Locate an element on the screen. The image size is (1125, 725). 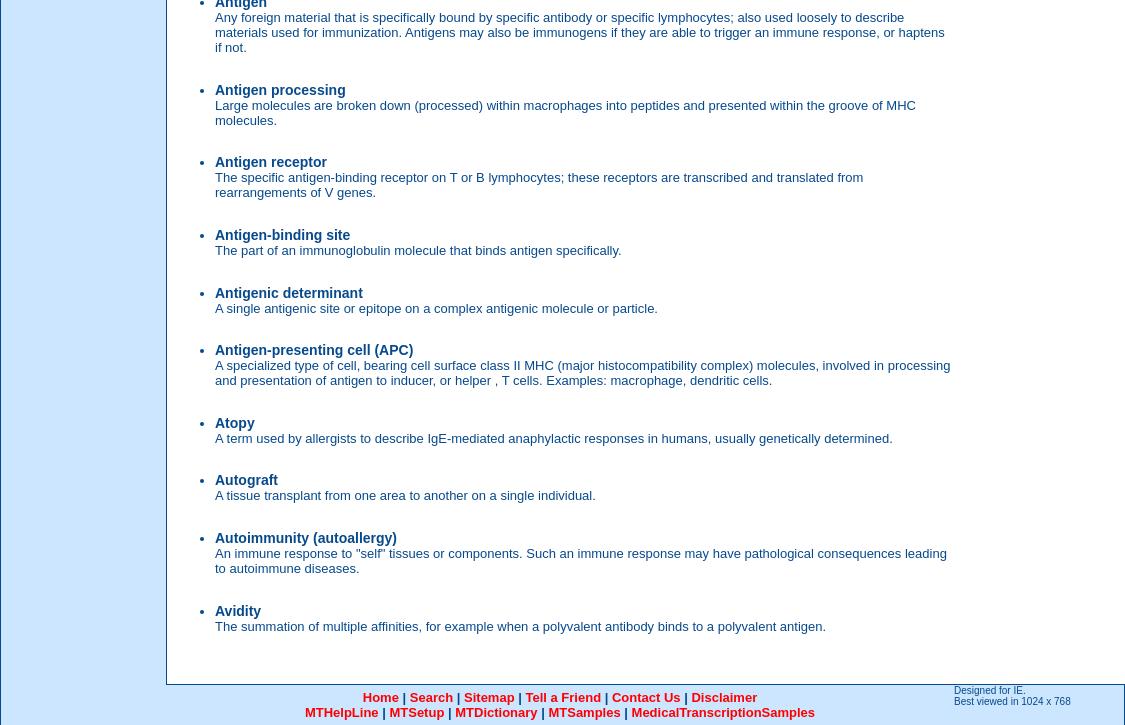
'A term used by allergists to describe IgE-mediated anaphylactic responses in humans, usually genetically determined.' is located at coordinates (552, 436).